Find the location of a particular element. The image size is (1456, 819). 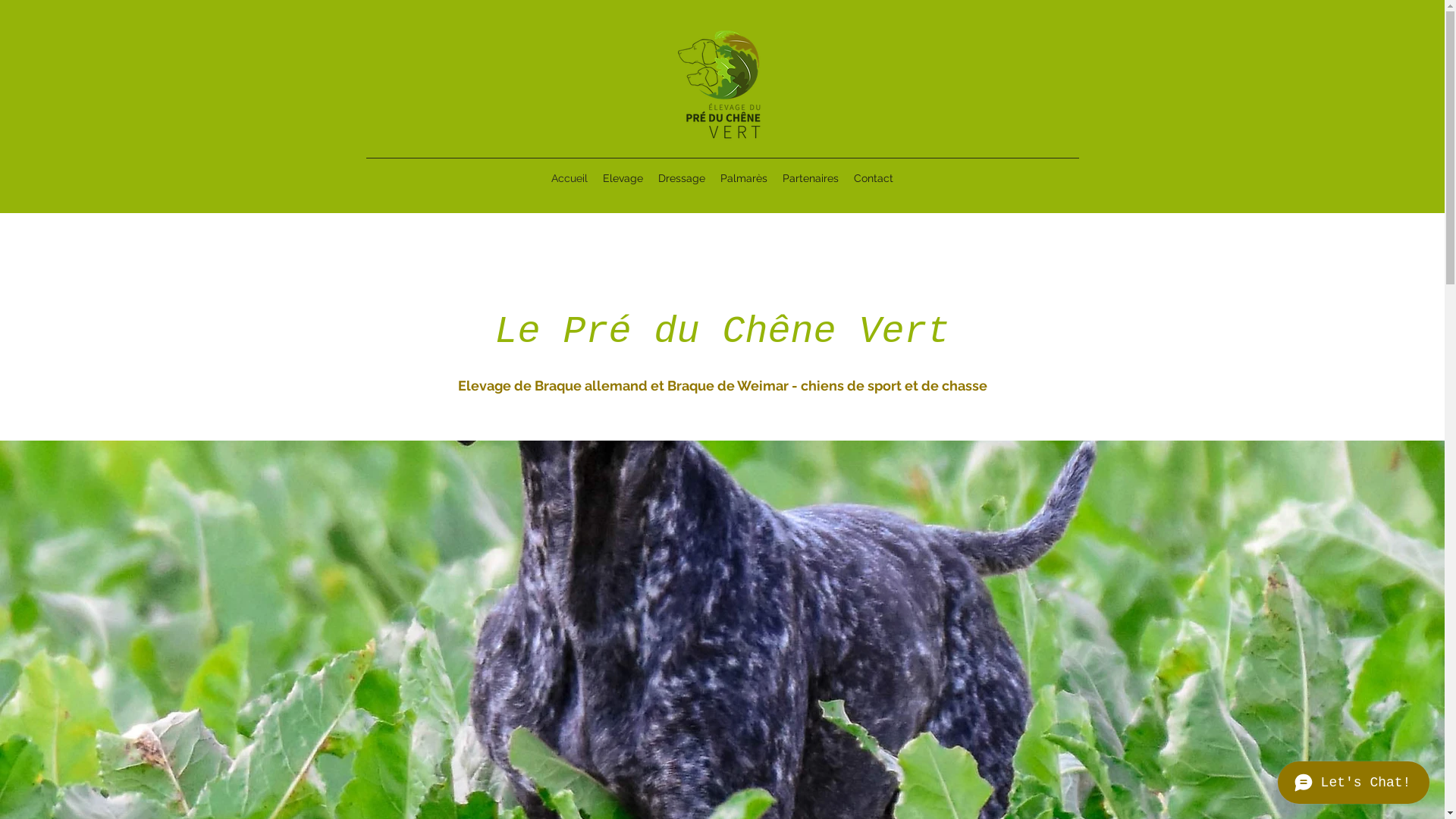

'Accueil' is located at coordinates (568, 177).